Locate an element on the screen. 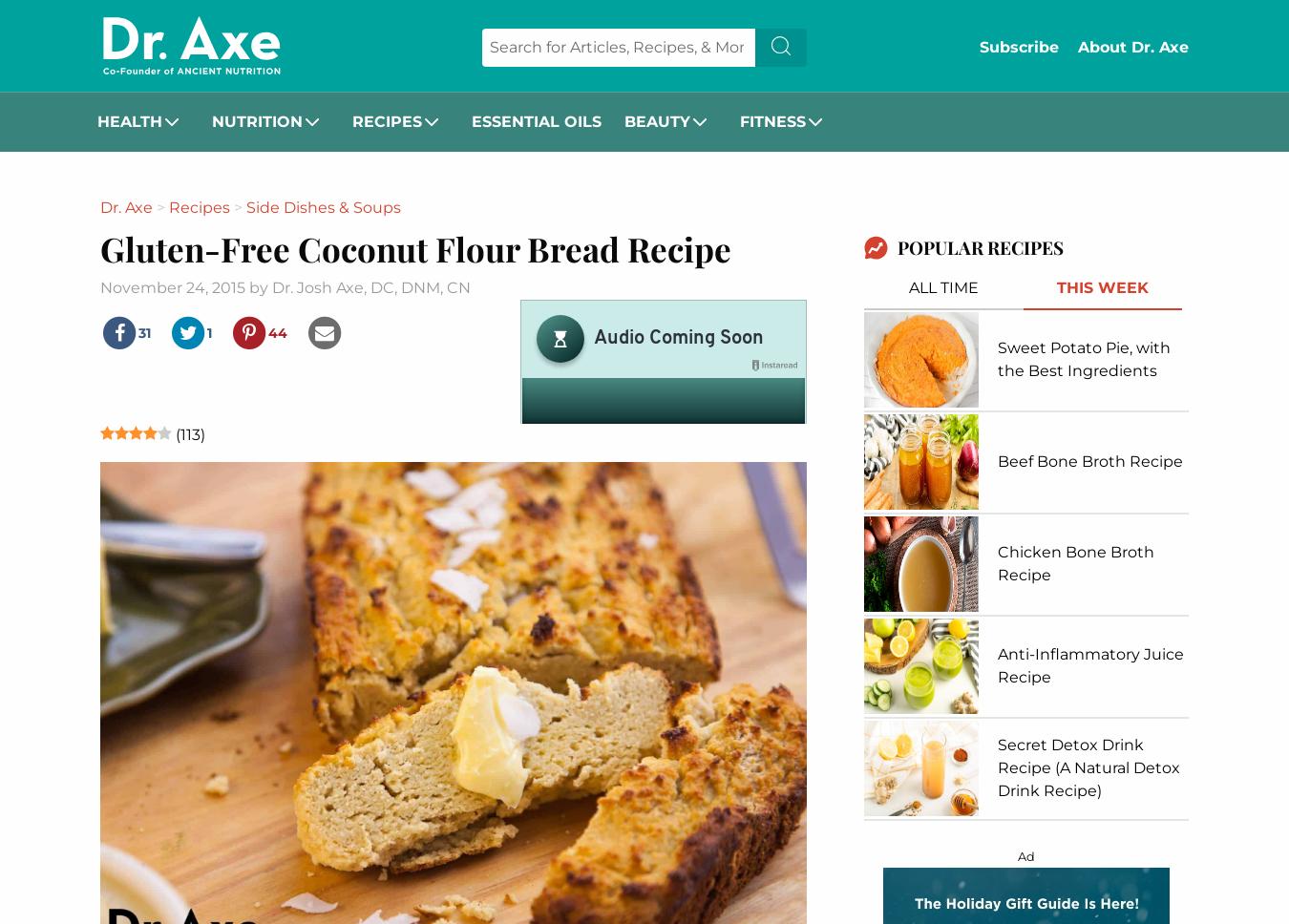 This screenshot has width=1289, height=924. 'Dr. Axe' is located at coordinates (126, 206).